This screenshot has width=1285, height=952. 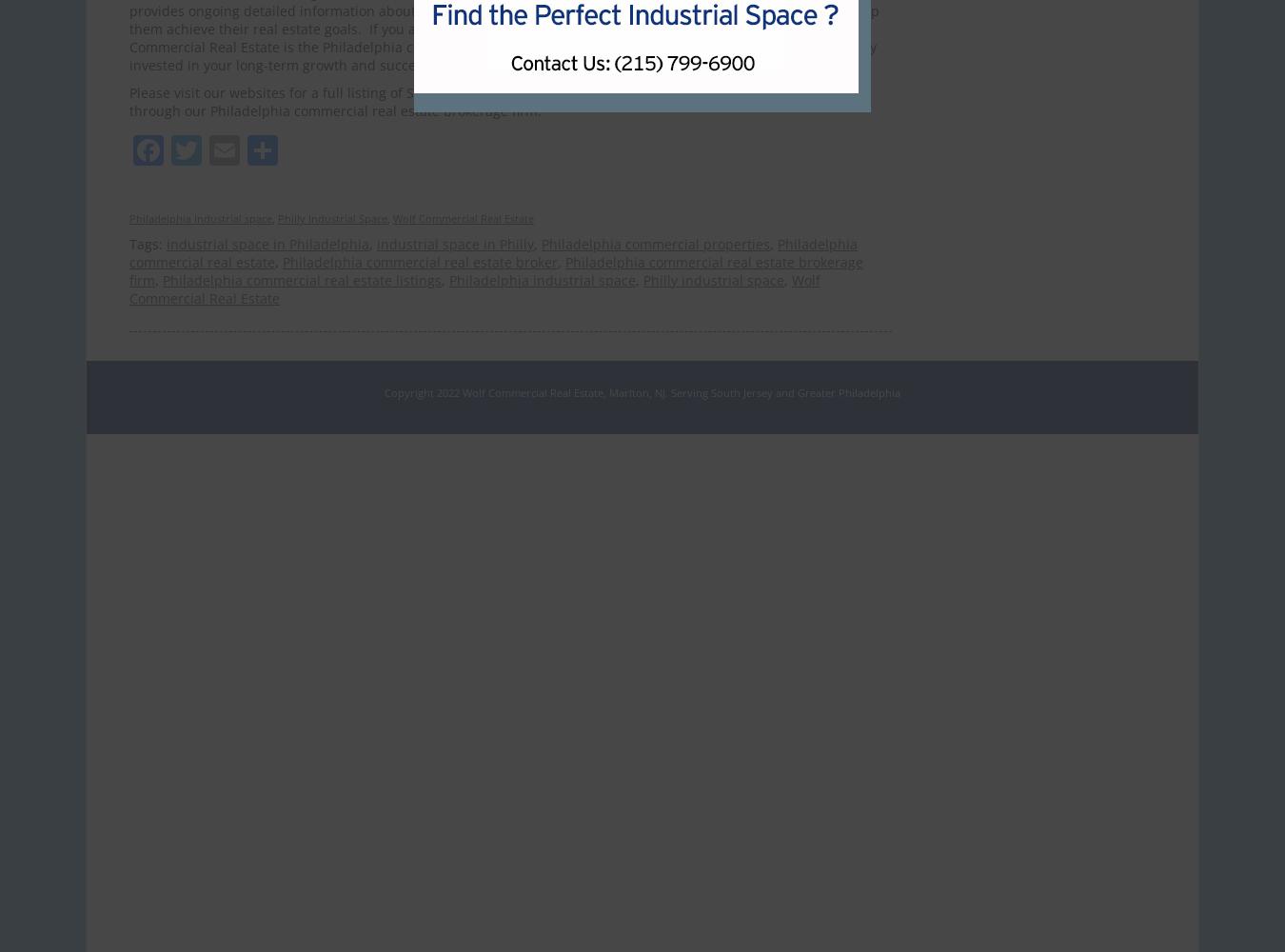 What do you see at coordinates (385, 392) in the screenshot?
I see `'Copyright 2022 Wolf Commercial Real Estate, Marlton, NJ. Serving South Jersey and Greater Philadelphia'` at bounding box center [385, 392].